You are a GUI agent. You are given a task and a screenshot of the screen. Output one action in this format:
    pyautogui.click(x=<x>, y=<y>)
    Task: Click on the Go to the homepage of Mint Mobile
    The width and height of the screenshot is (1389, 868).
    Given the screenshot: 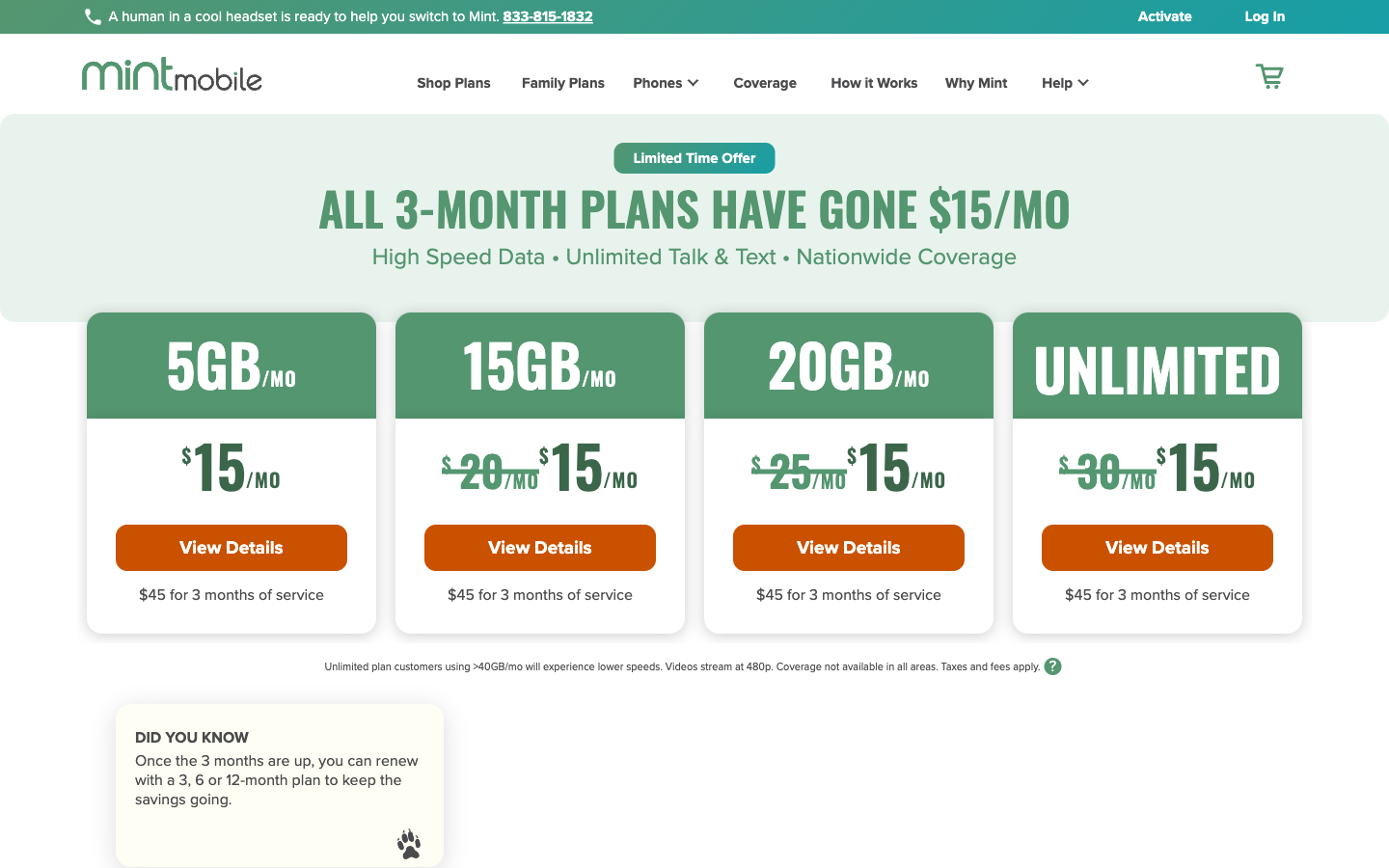 What is the action you would take?
    pyautogui.click(x=171, y=72)
    